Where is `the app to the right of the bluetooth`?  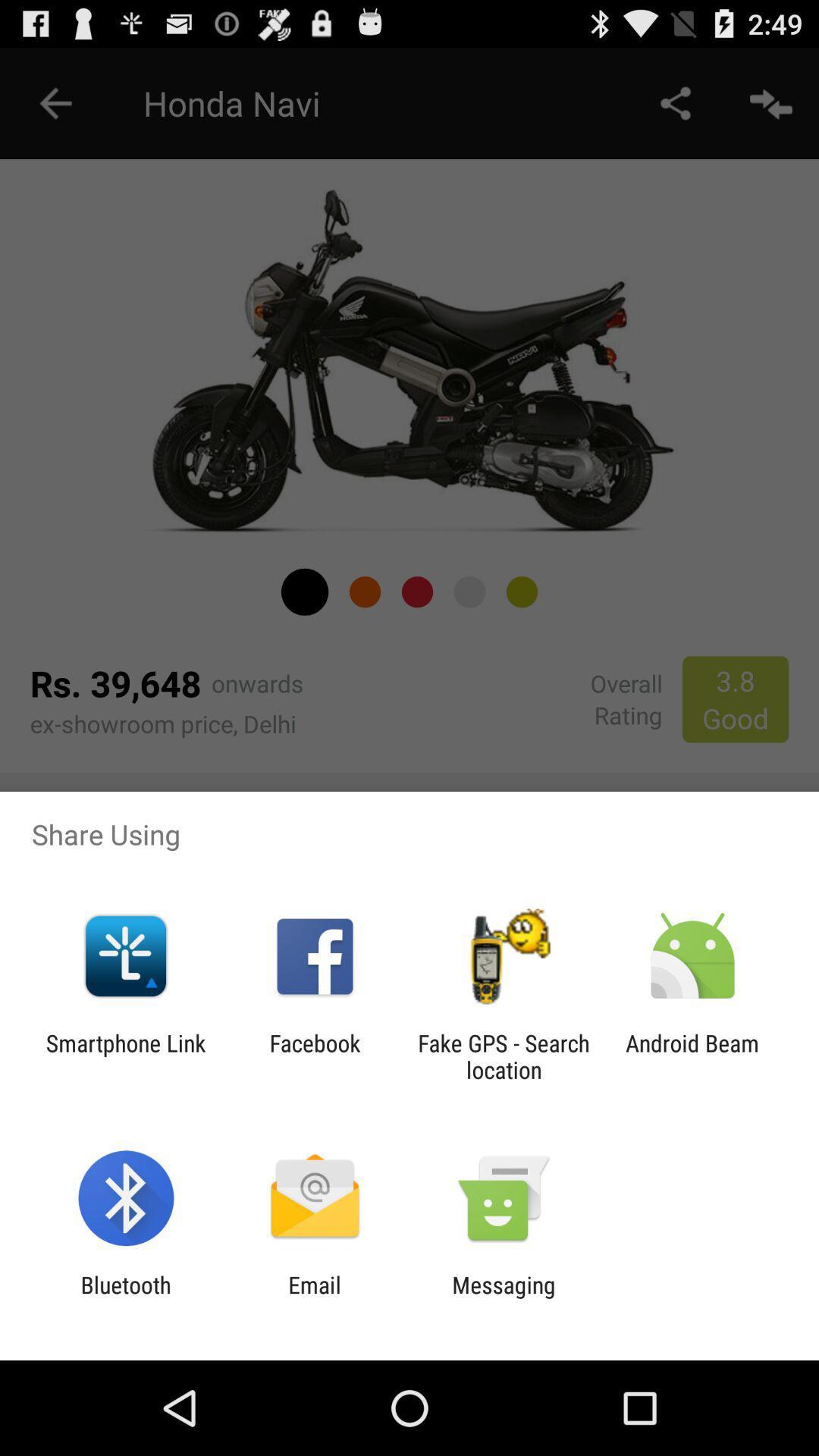
the app to the right of the bluetooth is located at coordinates (314, 1298).